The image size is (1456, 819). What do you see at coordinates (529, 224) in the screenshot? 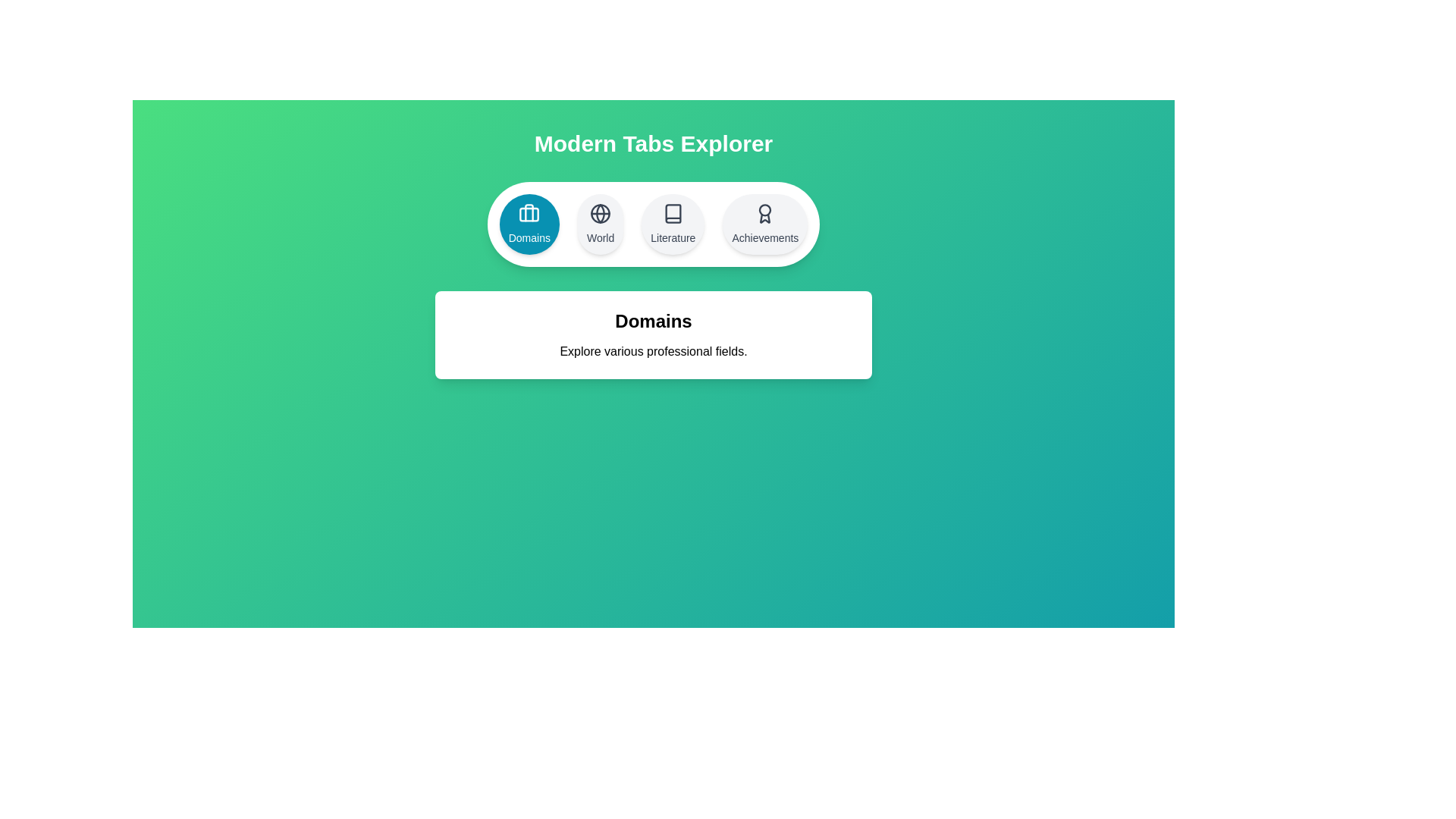
I see `the button labeled Domains to observe its hover effect` at bounding box center [529, 224].